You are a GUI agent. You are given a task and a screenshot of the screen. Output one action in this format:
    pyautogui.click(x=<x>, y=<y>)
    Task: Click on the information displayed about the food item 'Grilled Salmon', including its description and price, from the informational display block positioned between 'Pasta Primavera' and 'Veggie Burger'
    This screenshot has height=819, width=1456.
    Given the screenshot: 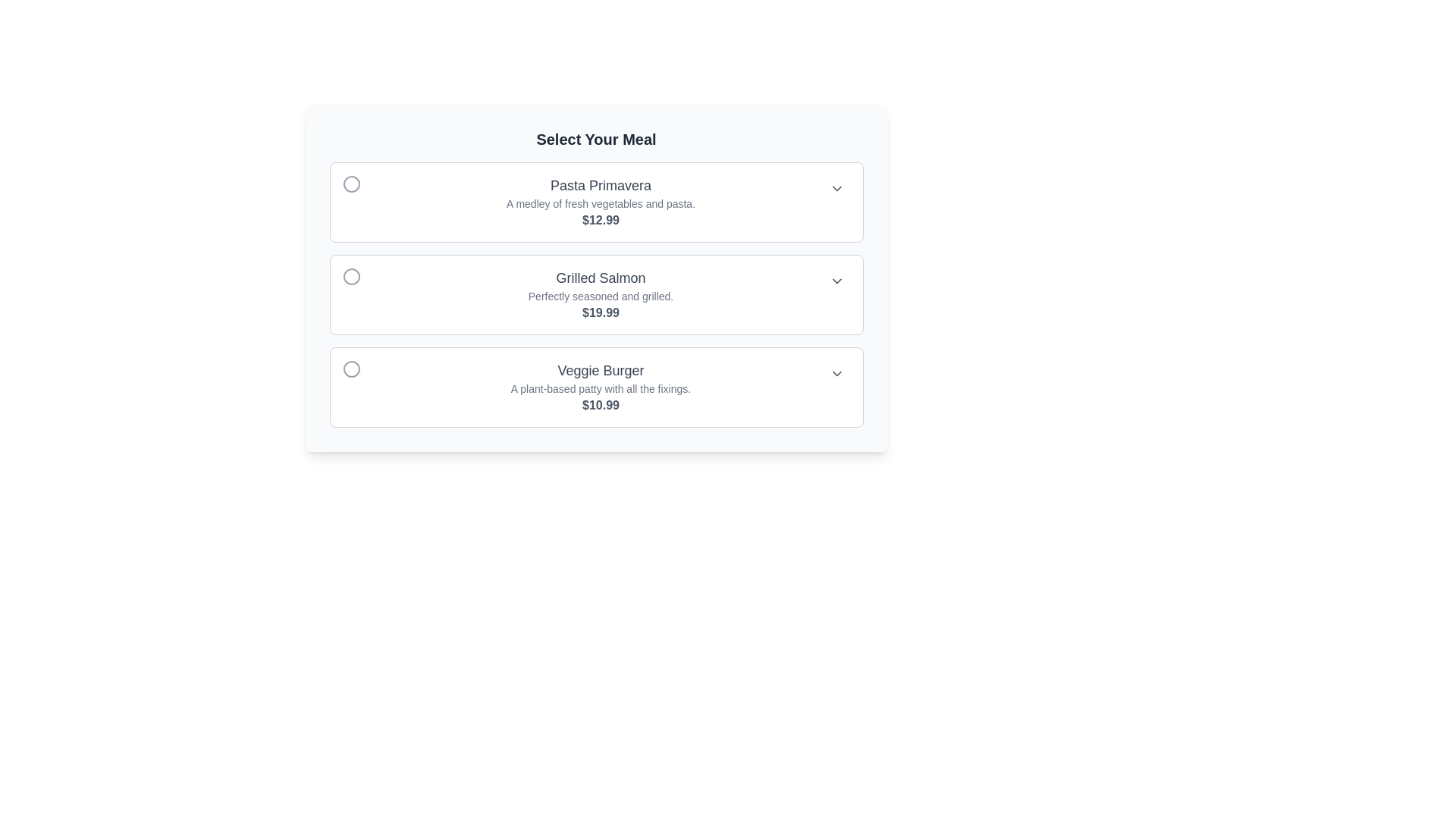 What is the action you would take?
    pyautogui.click(x=600, y=295)
    